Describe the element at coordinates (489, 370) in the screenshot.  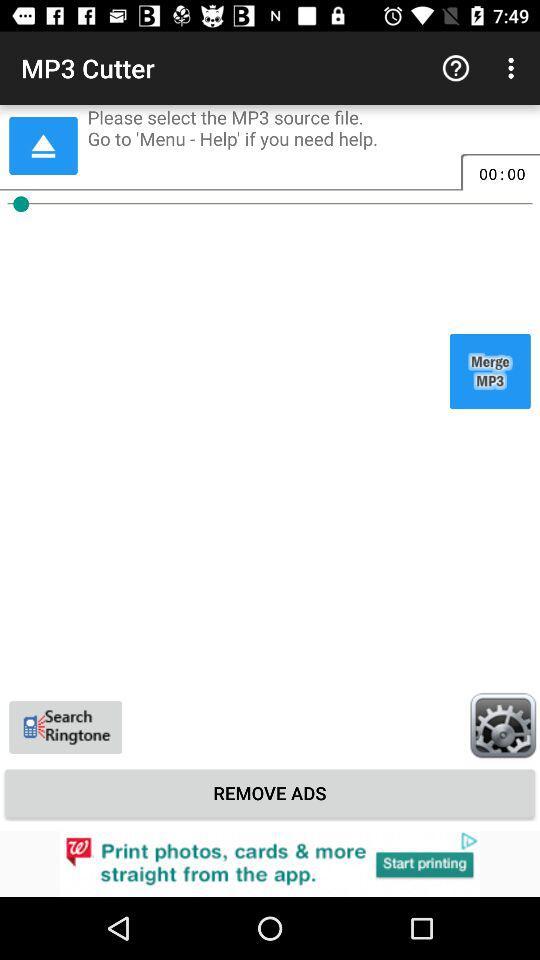
I see `combine mp3 files` at that location.